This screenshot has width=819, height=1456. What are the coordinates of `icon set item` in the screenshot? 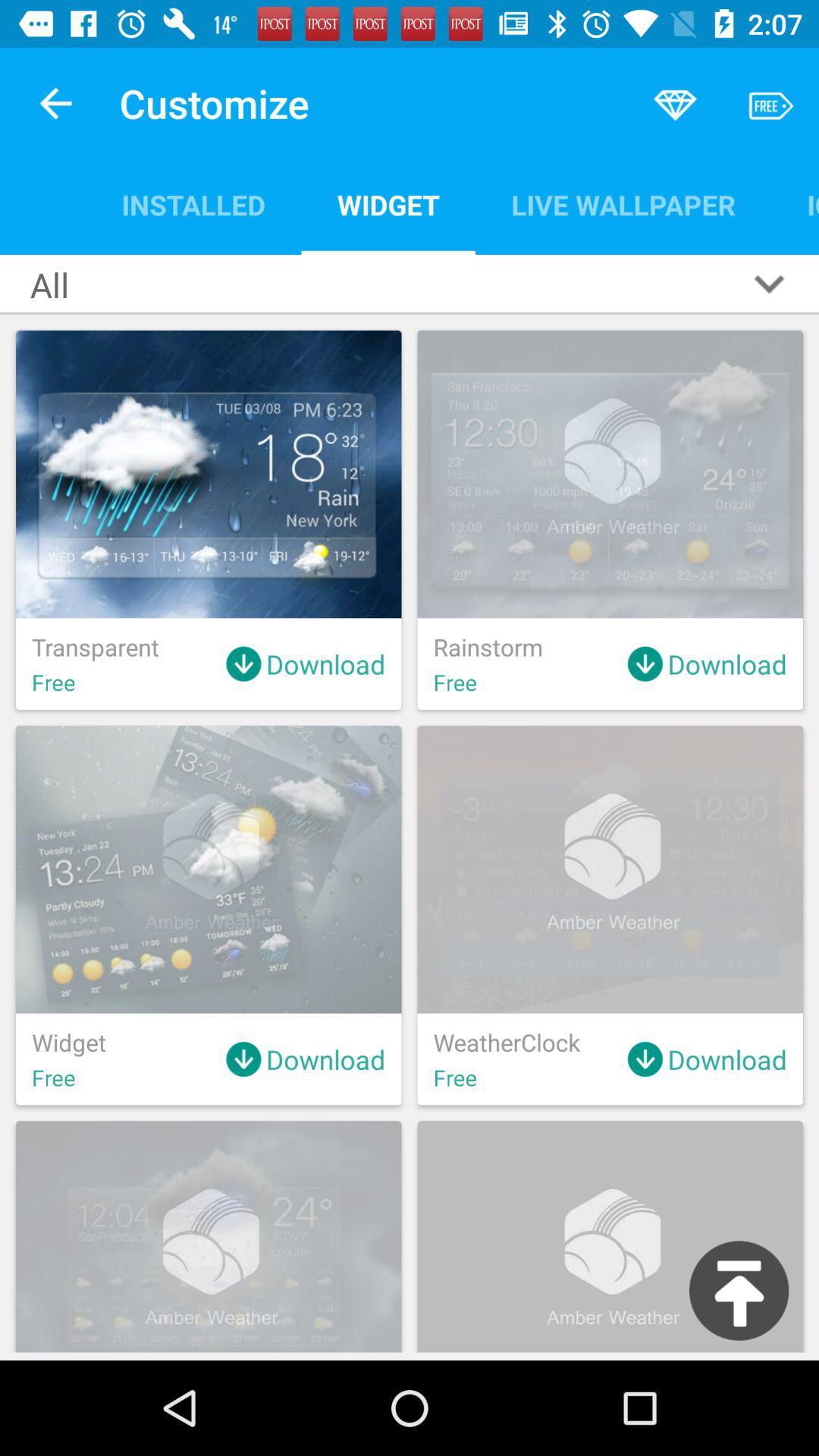 It's located at (794, 204).